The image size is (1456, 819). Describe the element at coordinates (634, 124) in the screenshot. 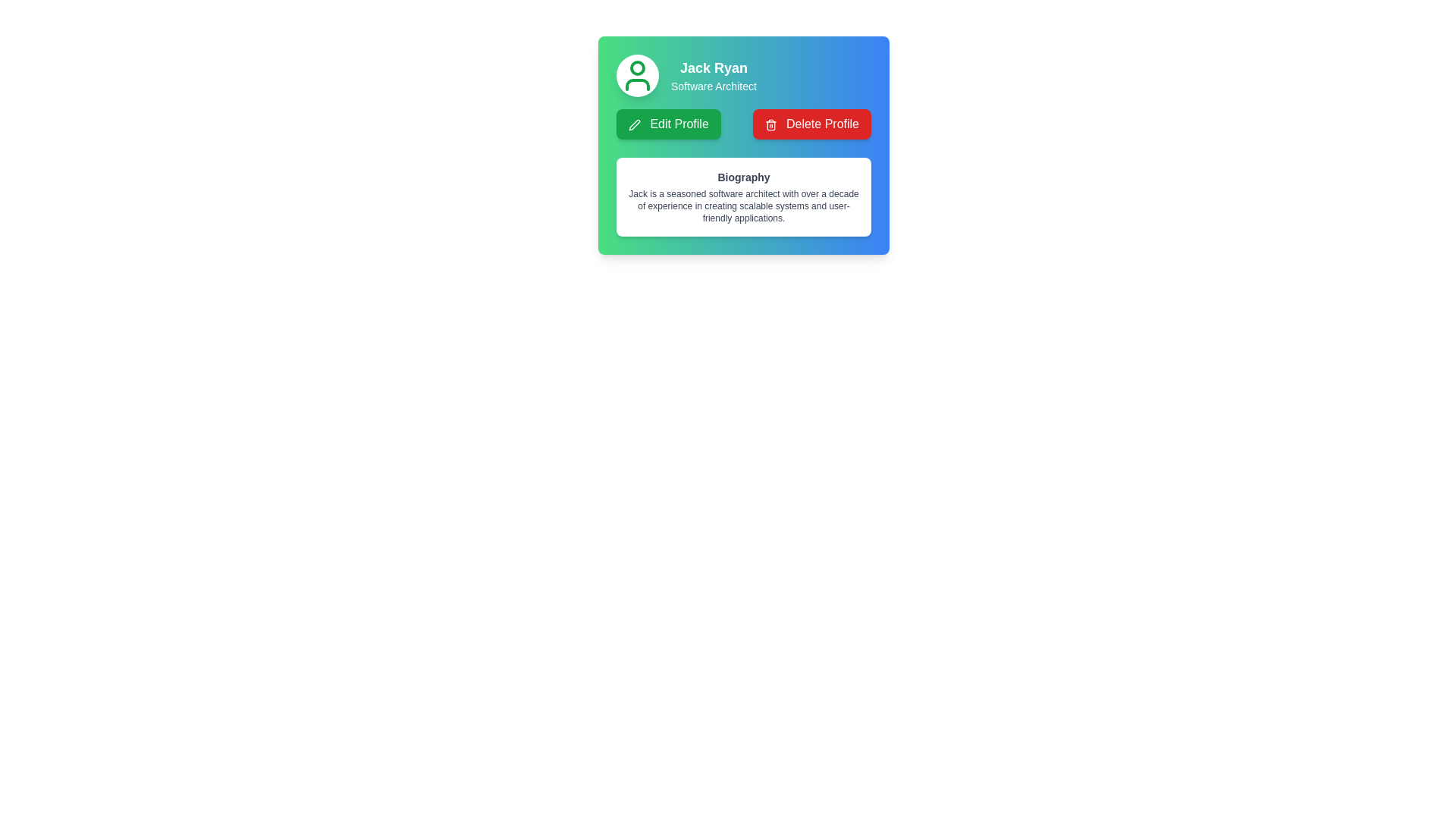

I see `the pen icon within the 'Edit Profile' button, which has a green background and is located at the top-left corner of the profile card` at that location.